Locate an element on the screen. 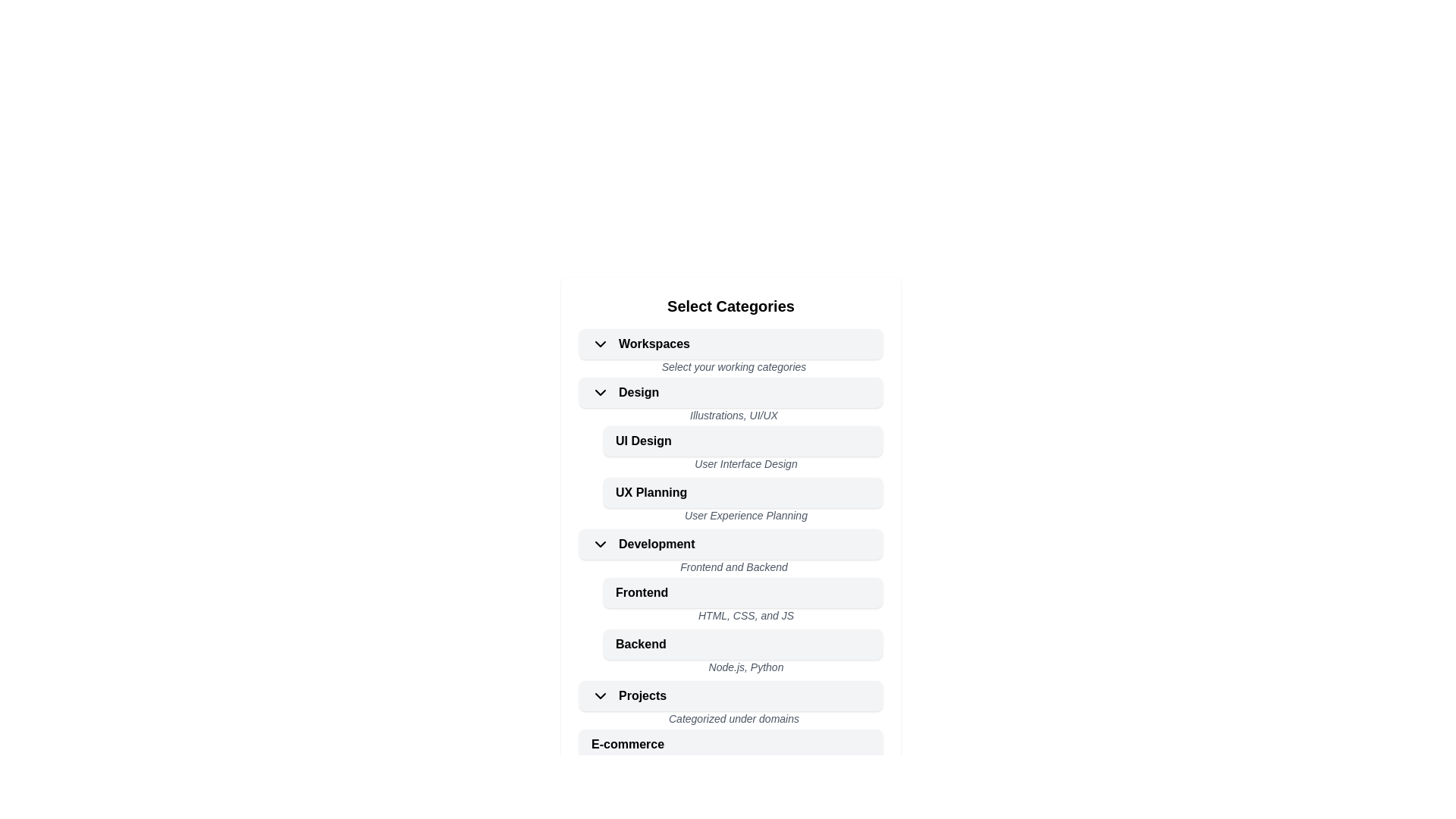 The height and width of the screenshot is (819, 1456). the downward-pointing arrow icon, which is a thin stroke chevron associated with the 'Projects' section is located at coordinates (600, 696).